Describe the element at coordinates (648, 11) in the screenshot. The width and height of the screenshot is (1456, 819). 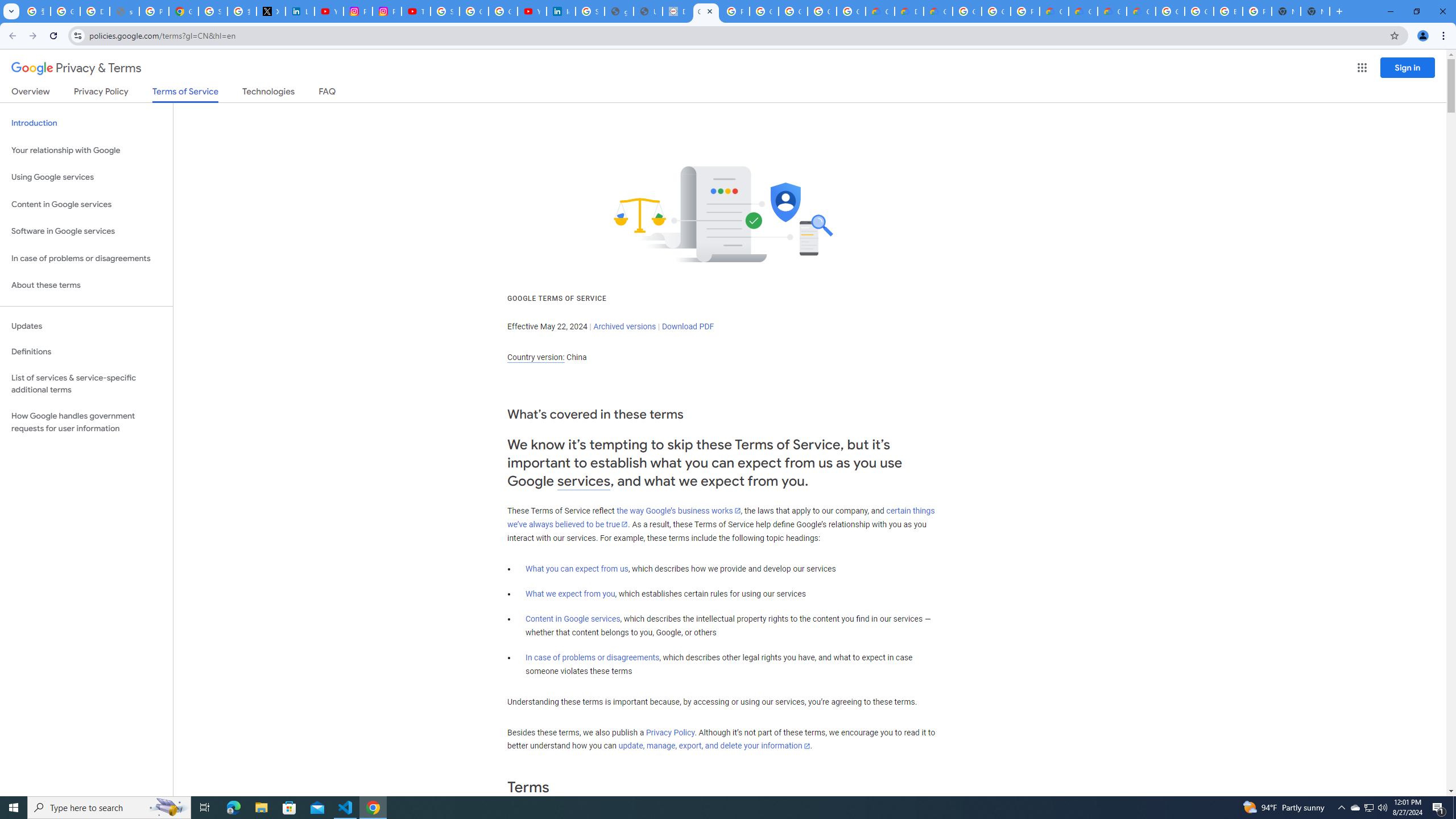
I see `'User Details'` at that location.